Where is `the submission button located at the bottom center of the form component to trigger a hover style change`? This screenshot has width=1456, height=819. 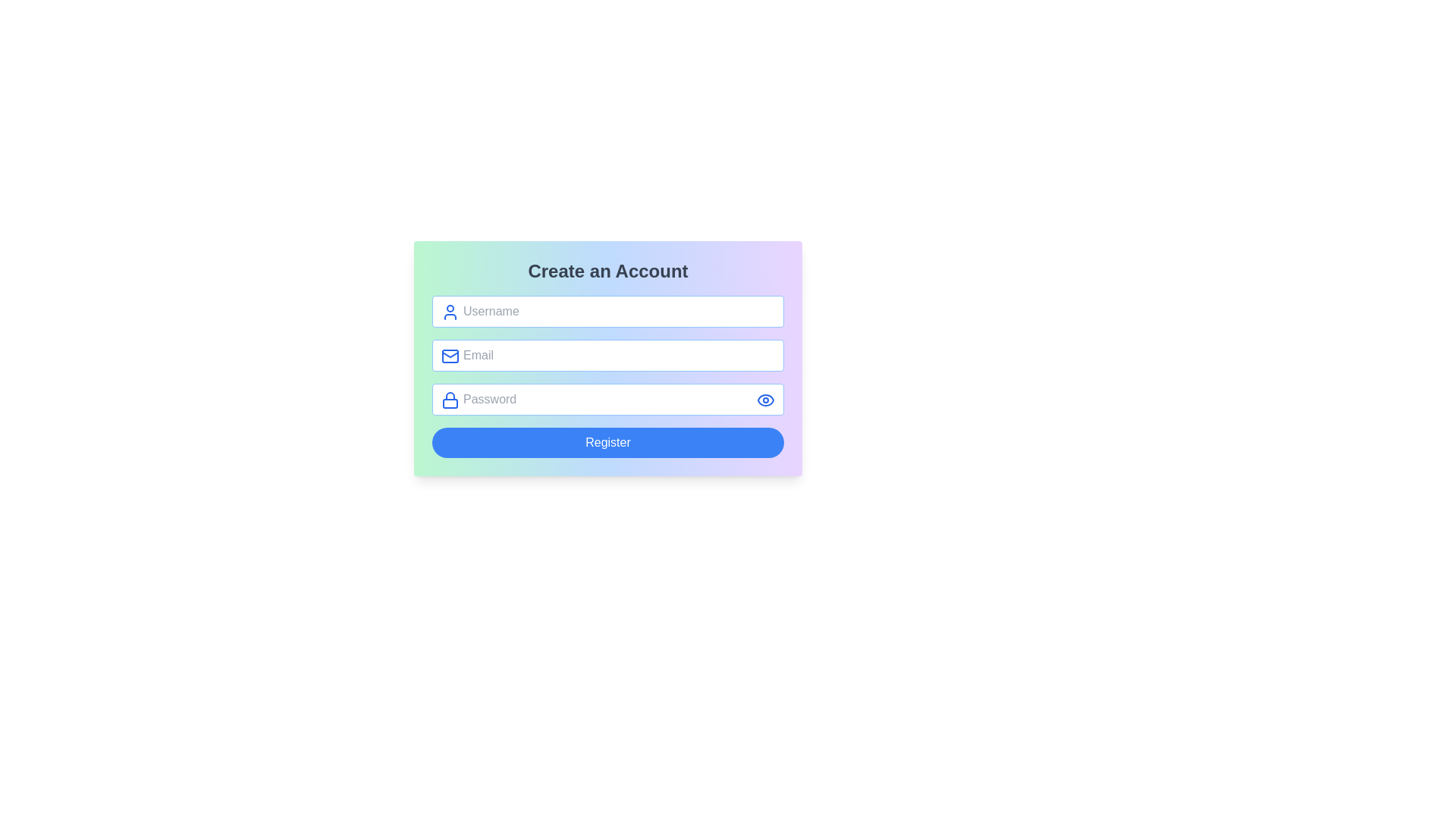
the submission button located at the bottom center of the form component to trigger a hover style change is located at coordinates (607, 442).